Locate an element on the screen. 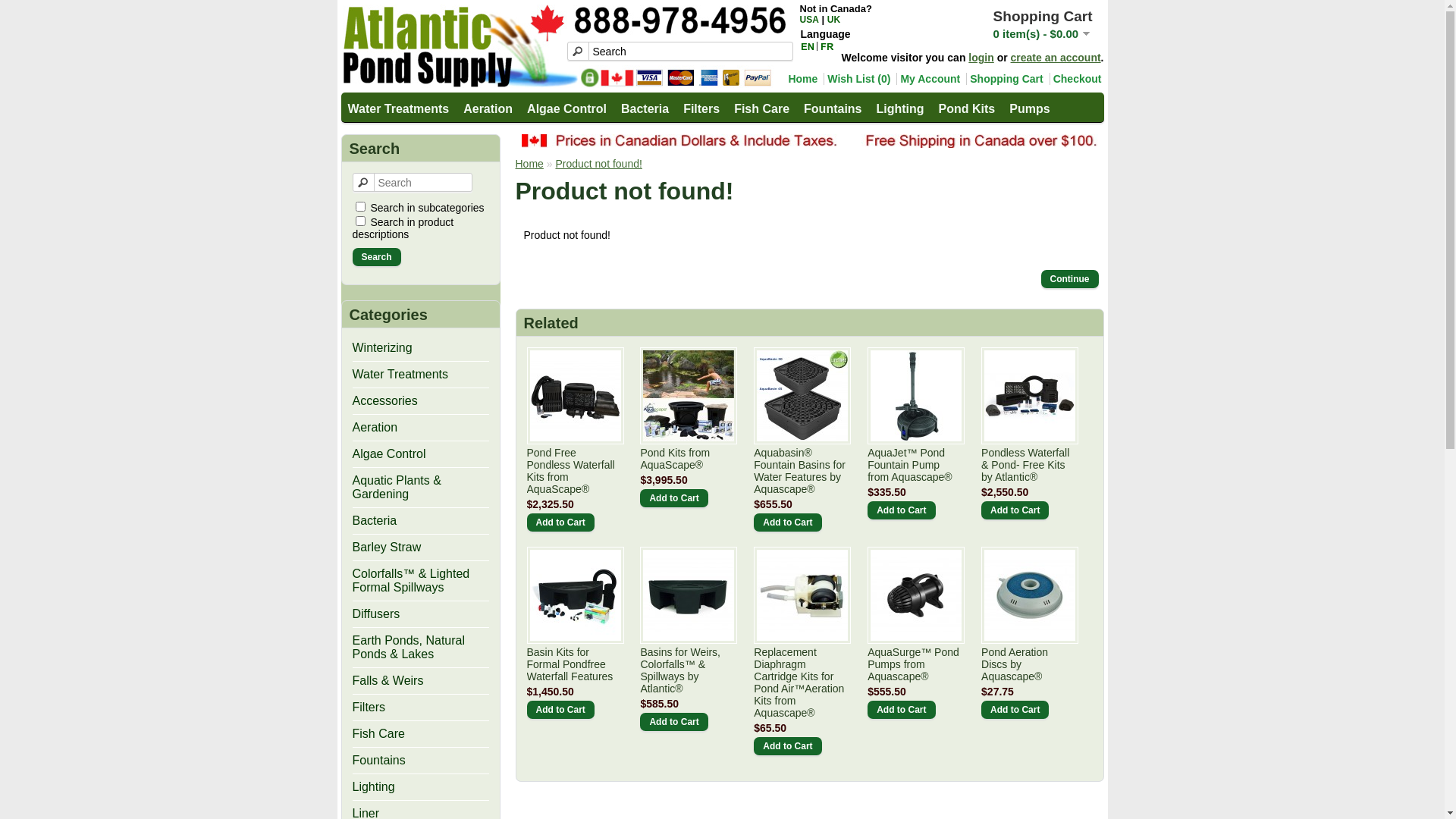 This screenshot has height=819, width=1456. 'Filters' is located at coordinates (368, 707).